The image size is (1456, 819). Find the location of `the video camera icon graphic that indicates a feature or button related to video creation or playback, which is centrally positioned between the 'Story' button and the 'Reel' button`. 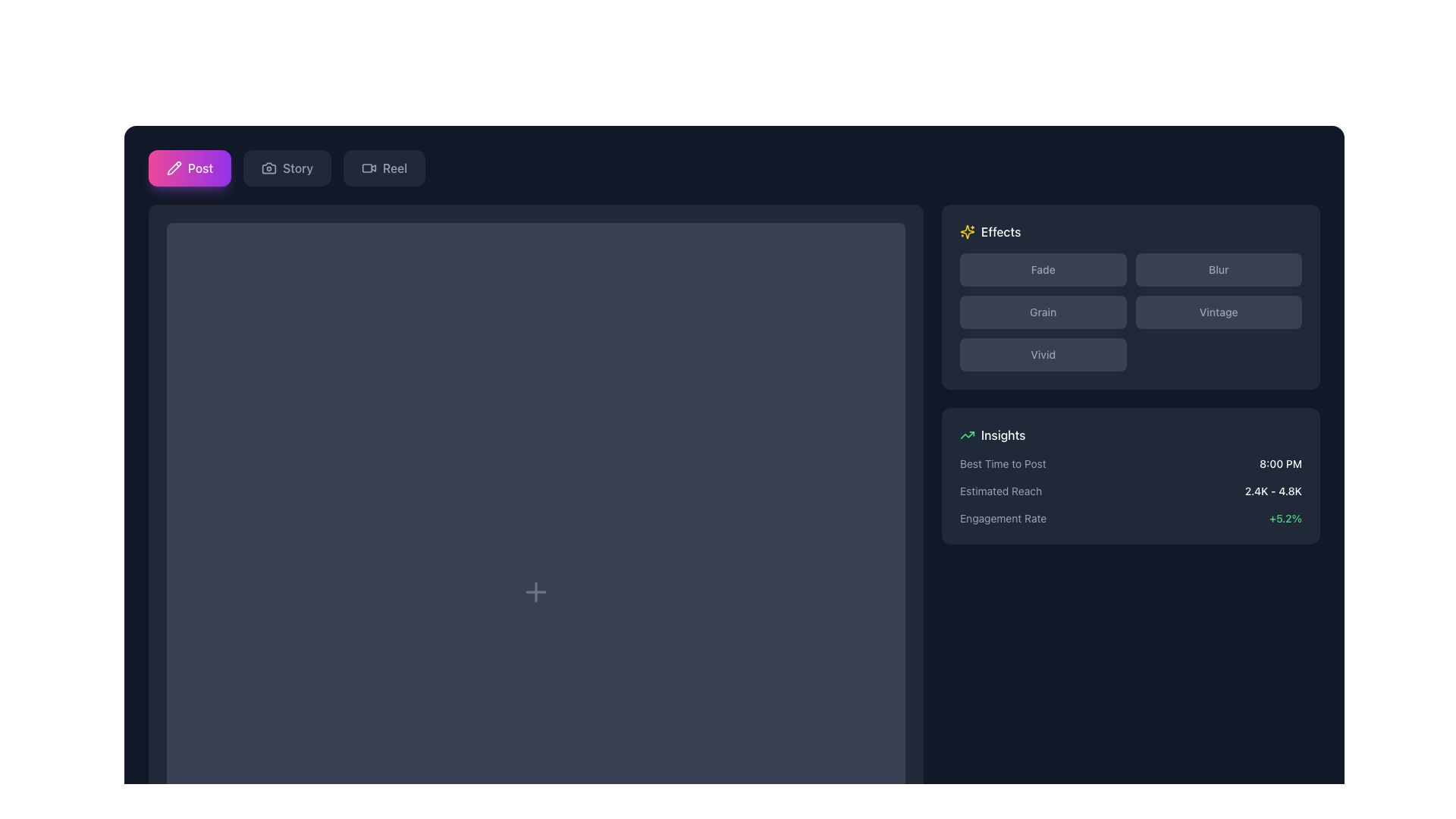

the video camera icon graphic that indicates a feature or button related to video creation or playback, which is centrally positioned between the 'Story' button and the 'Reel' button is located at coordinates (367, 168).